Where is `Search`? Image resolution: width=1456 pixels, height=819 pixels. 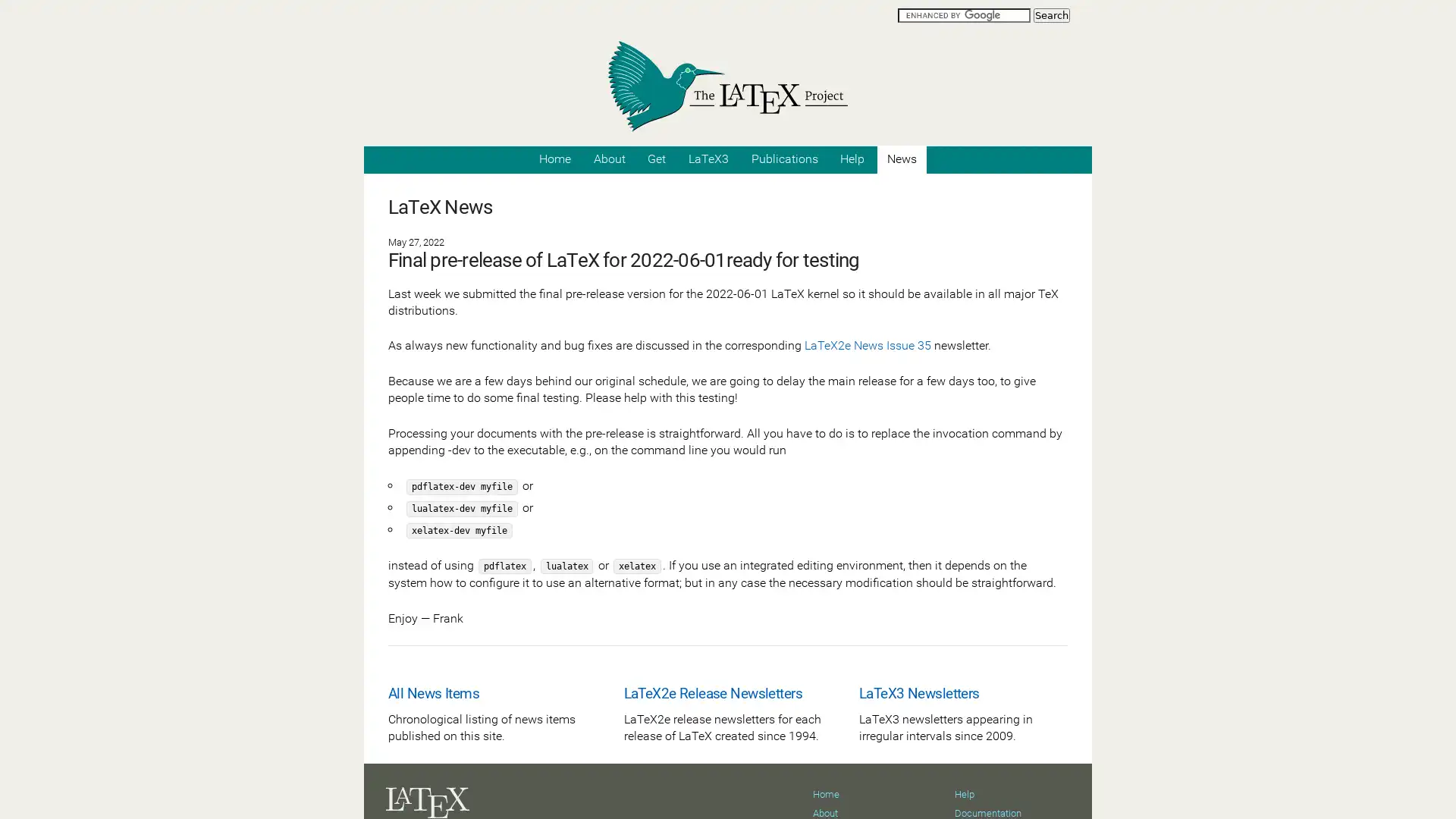
Search is located at coordinates (1051, 15).